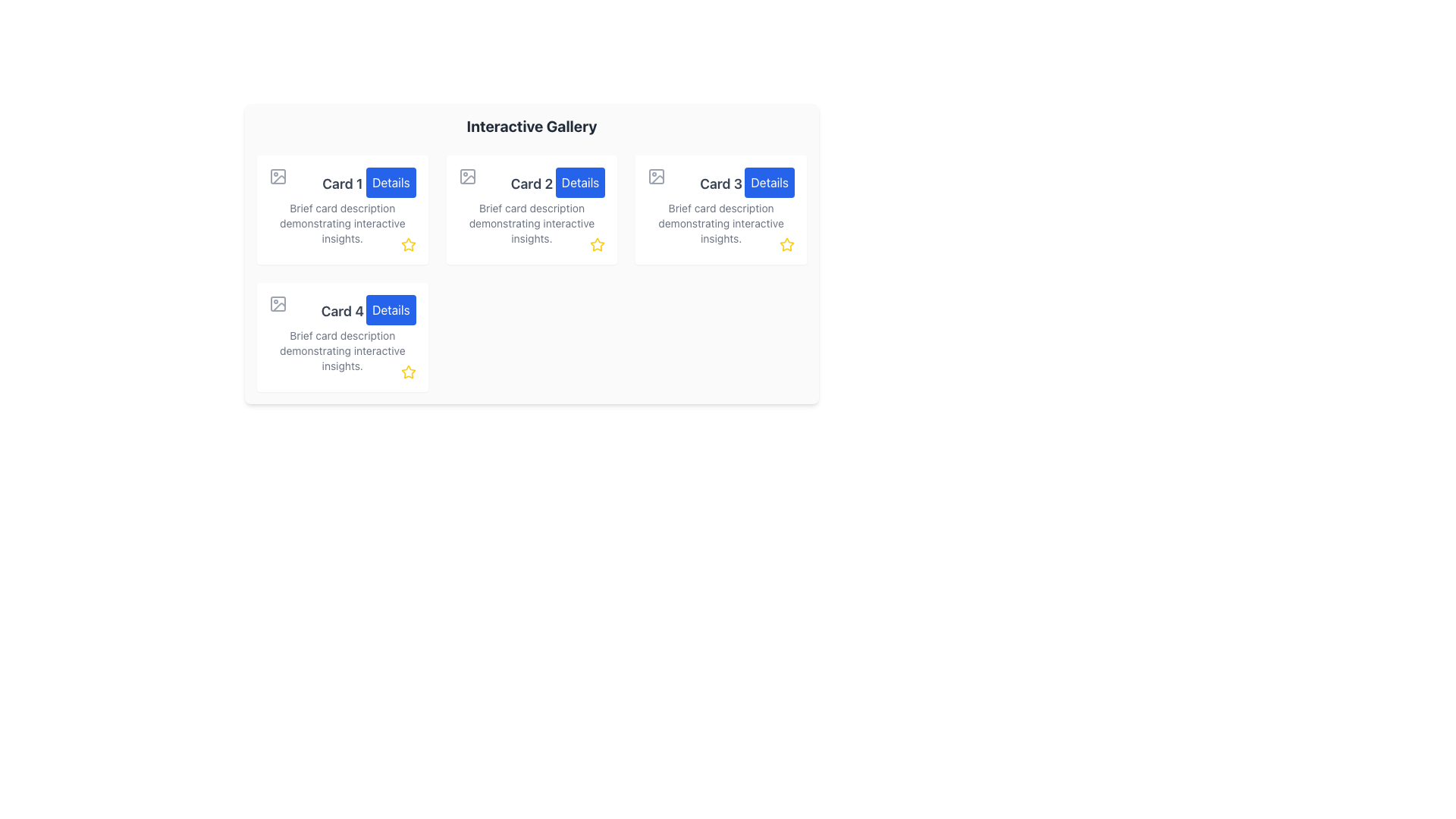 This screenshot has height=819, width=1456. I want to click on the text label that serves as the heading or title for the second card in the first row of the card grid layout, so click(532, 184).